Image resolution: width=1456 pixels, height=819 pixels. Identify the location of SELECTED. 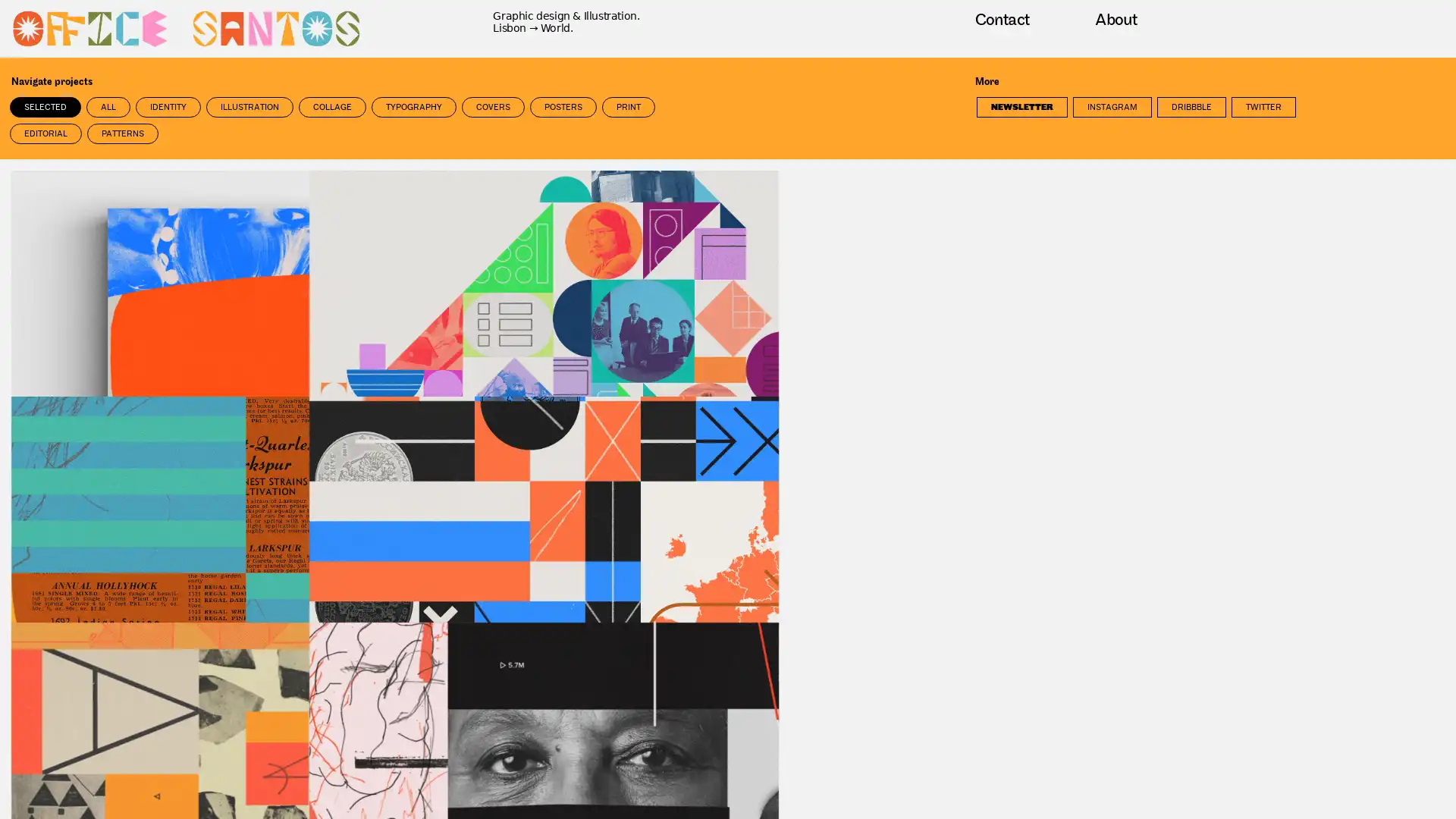
(45, 106).